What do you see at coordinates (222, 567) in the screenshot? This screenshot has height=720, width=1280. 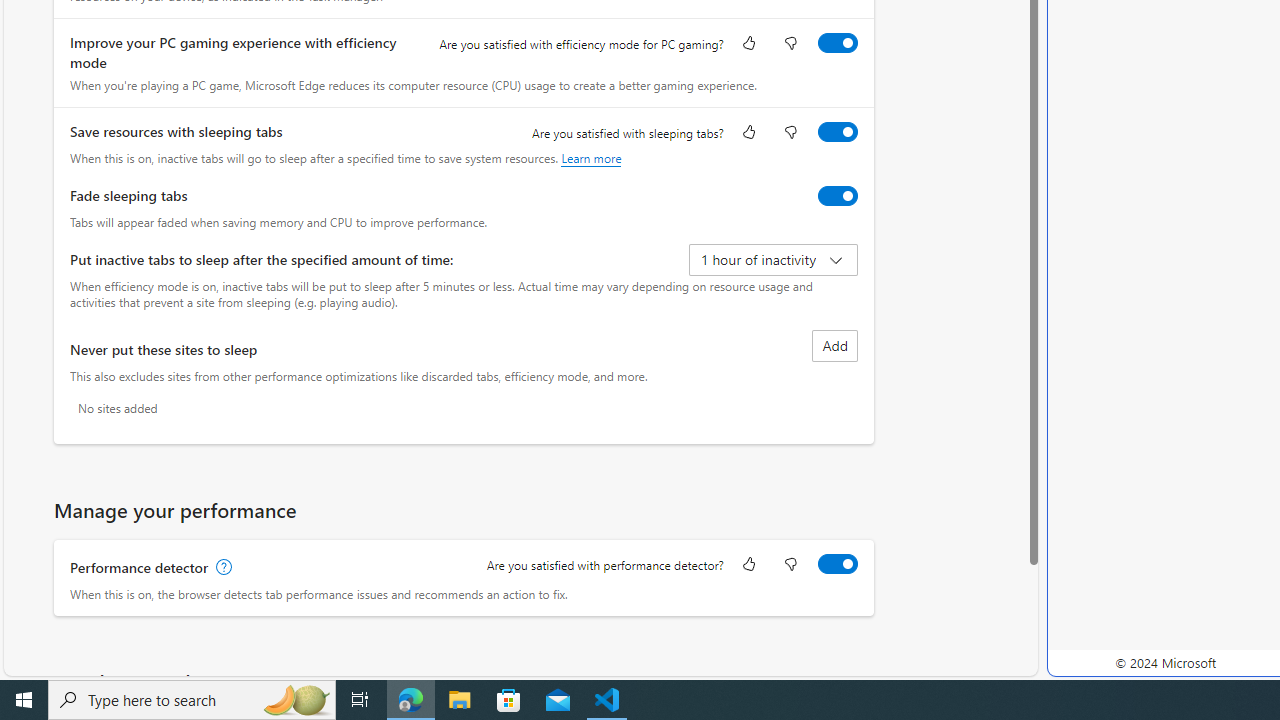 I see `'Performance detector, learn more'` at bounding box center [222, 567].